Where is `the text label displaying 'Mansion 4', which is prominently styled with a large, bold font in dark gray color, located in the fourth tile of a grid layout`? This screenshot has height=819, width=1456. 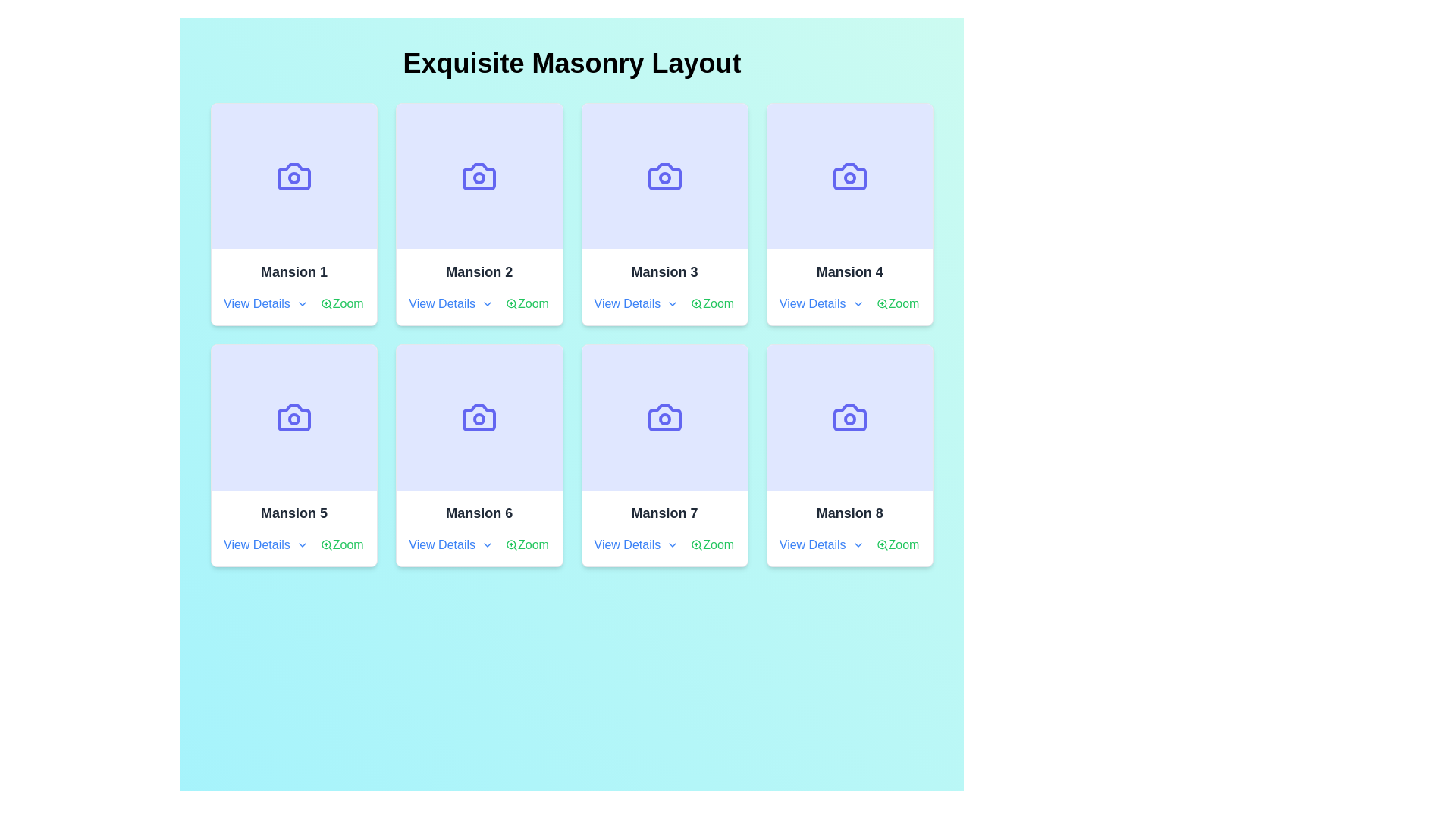
the text label displaying 'Mansion 4', which is prominently styled with a large, bold font in dark gray color, located in the fourth tile of a grid layout is located at coordinates (849, 271).